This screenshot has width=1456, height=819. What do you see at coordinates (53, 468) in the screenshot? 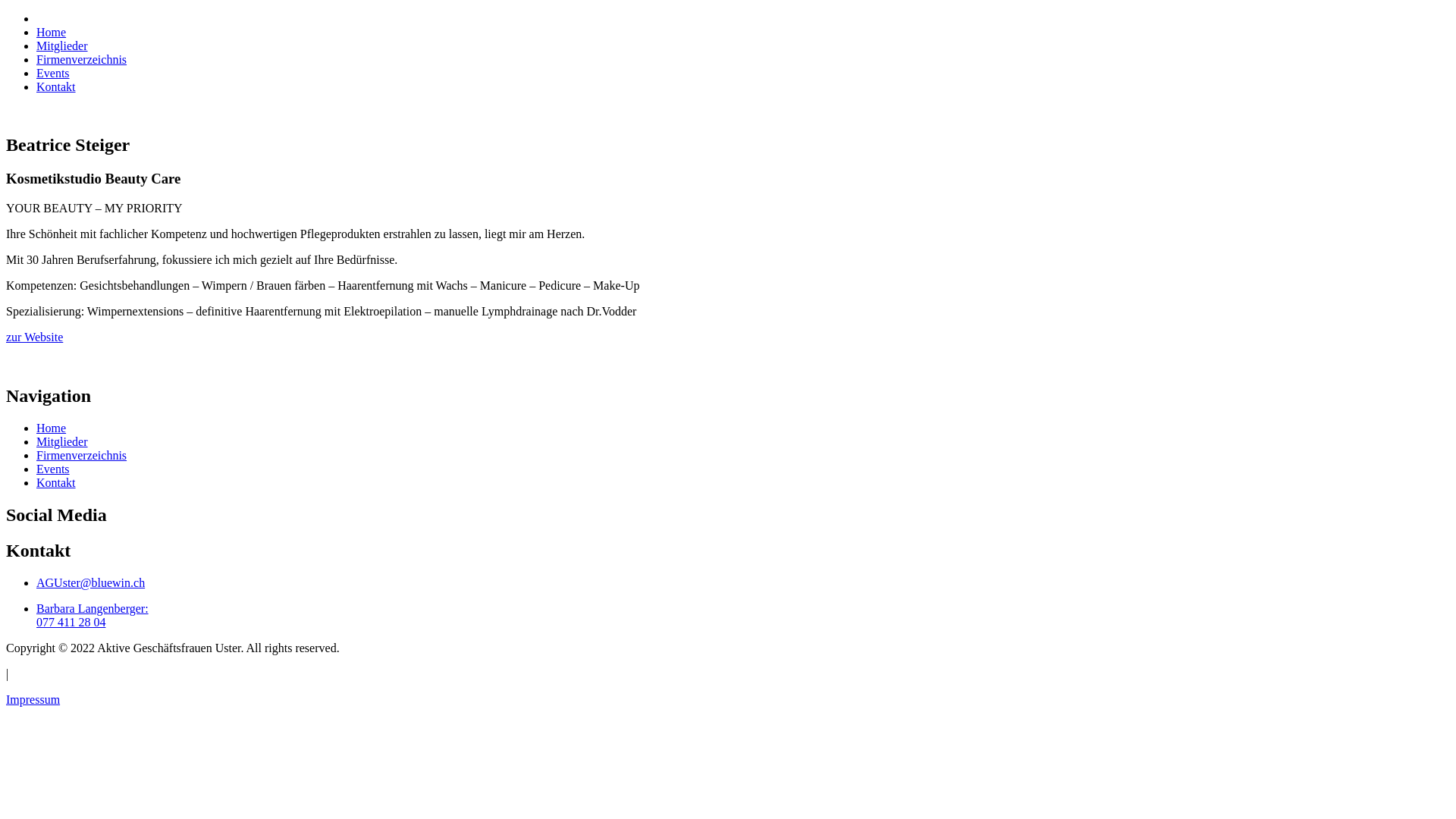
I see `'Events'` at bounding box center [53, 468].